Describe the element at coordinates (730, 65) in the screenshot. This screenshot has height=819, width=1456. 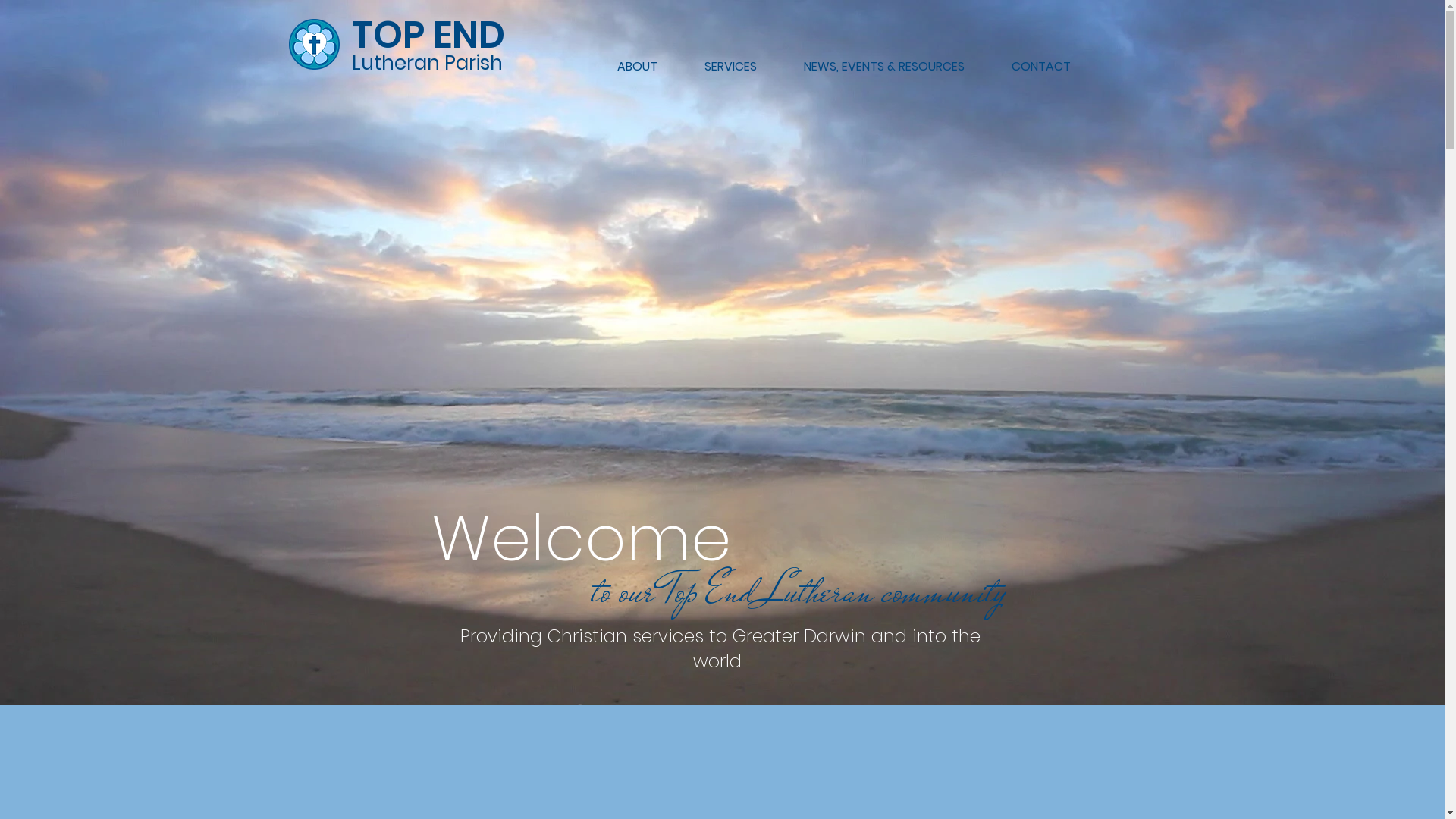
I see `'SERVICES'` at that location.